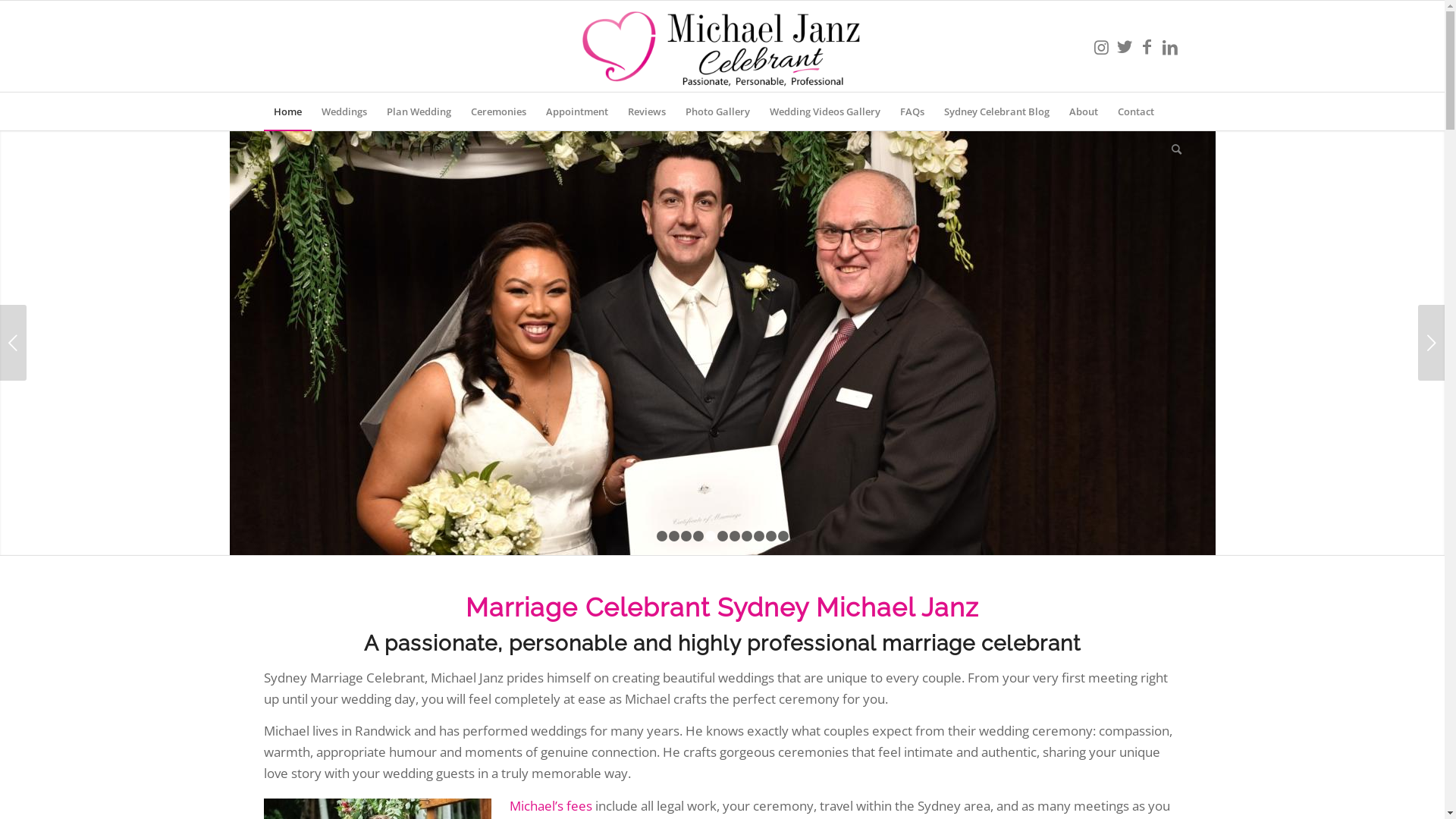 This screenshot has height=819, width=1456. Describe the element at coordinates (1135, 110) in the screenshot. I see `'Contact'` at that location.